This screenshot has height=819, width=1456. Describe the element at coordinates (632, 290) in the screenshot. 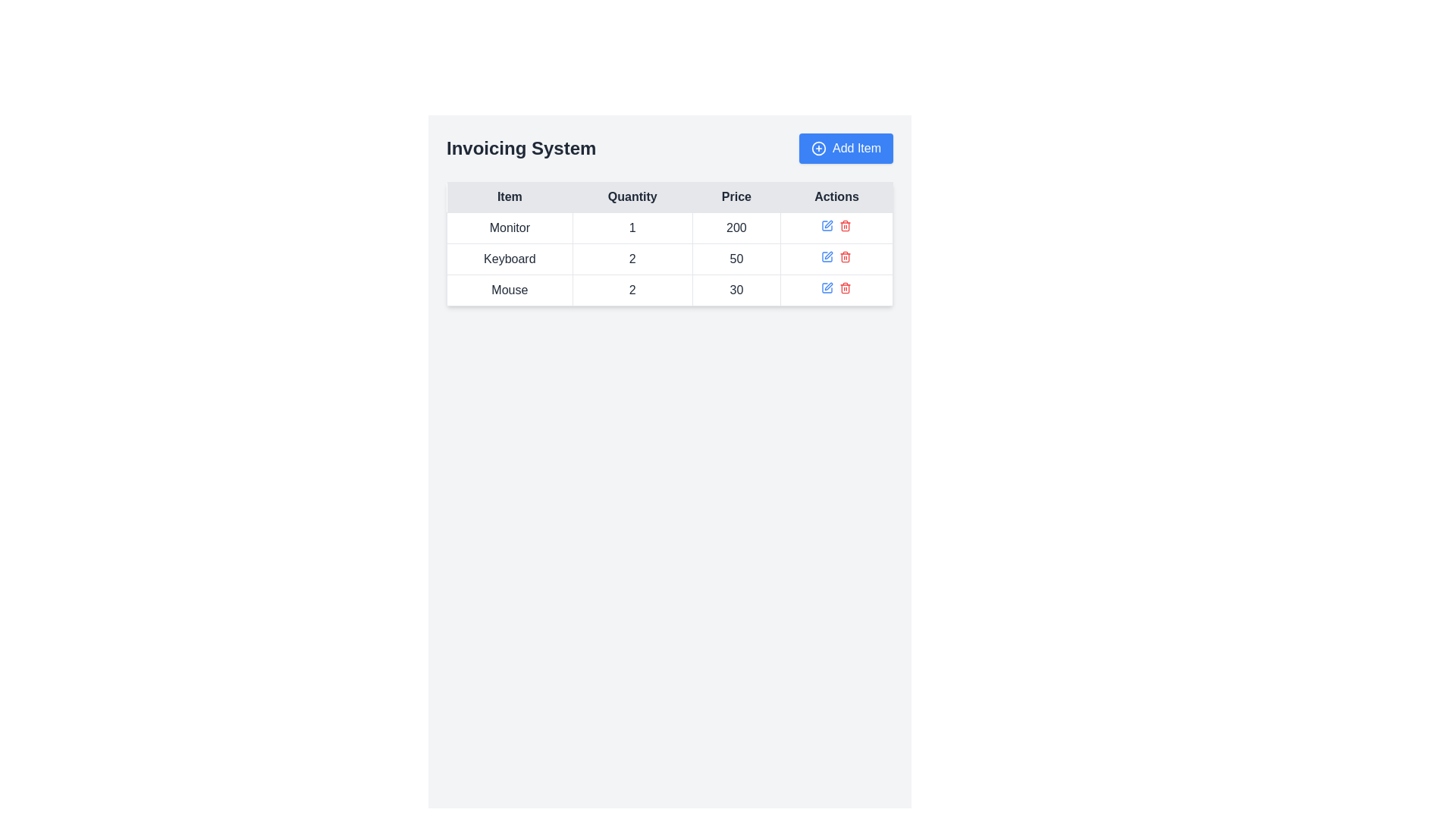

I see `the Text Label displaying the quantity of the 'Mouse' item in the invoicing system, located in the third row under the 'Quantity' column` at that location.